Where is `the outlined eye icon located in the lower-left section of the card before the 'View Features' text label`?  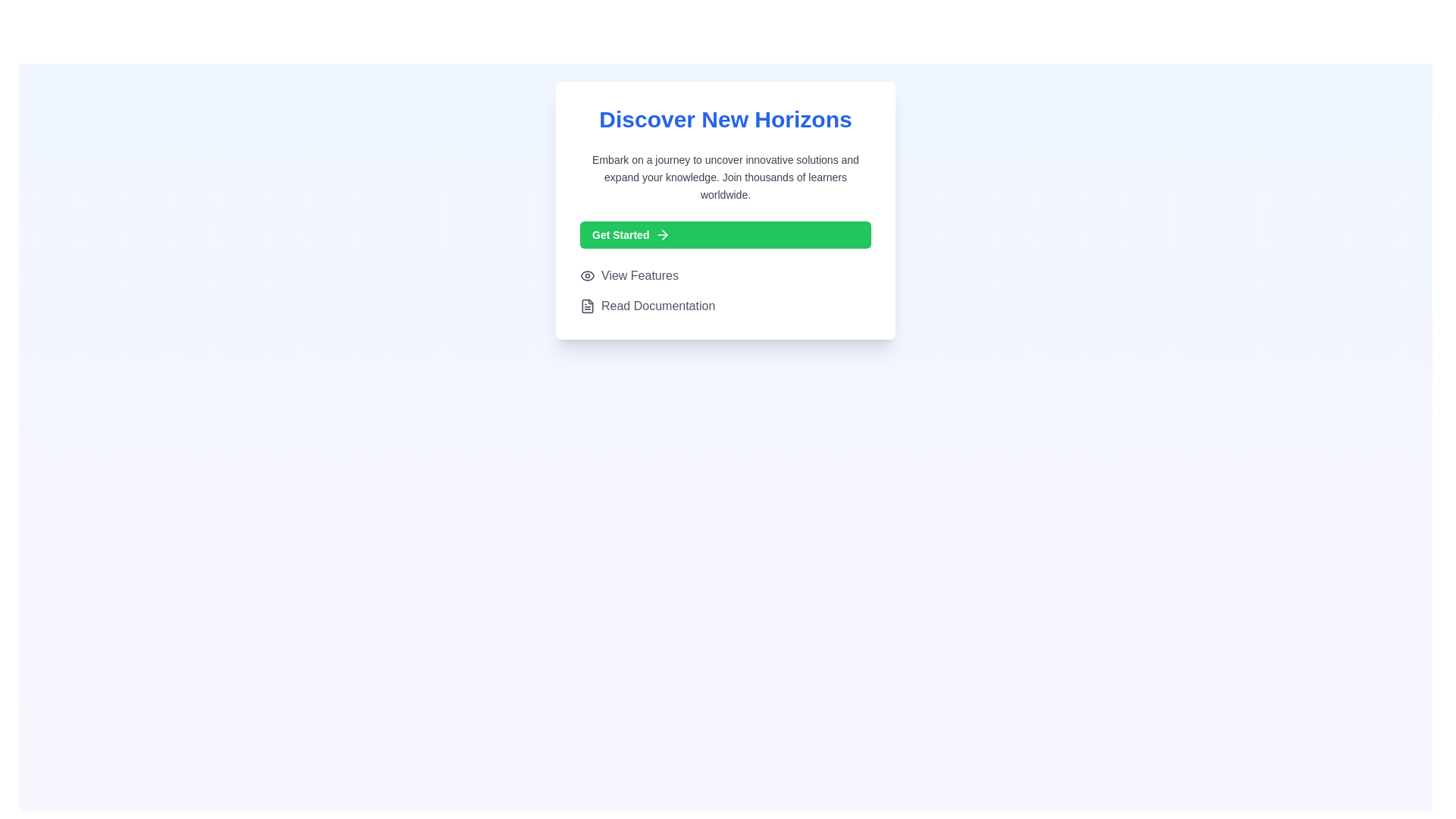
the outlined eye icon located in the lower-left section of the card before the 'View Features' text label is located at coordinates (586, 275).